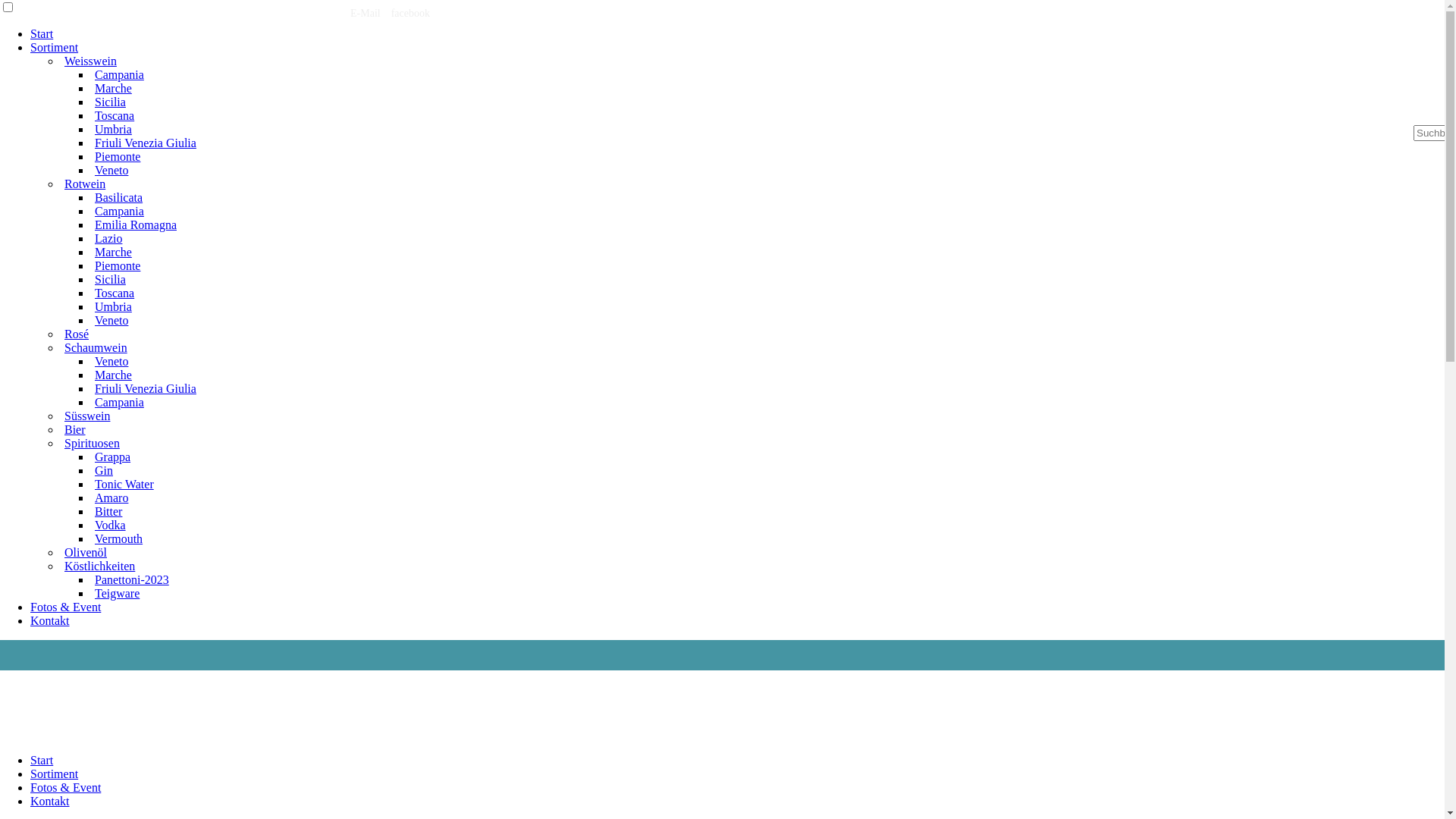  Describe the element at coordinates (131, 579) in the screenshot. I see `'Panettoni-2023'` at that location.